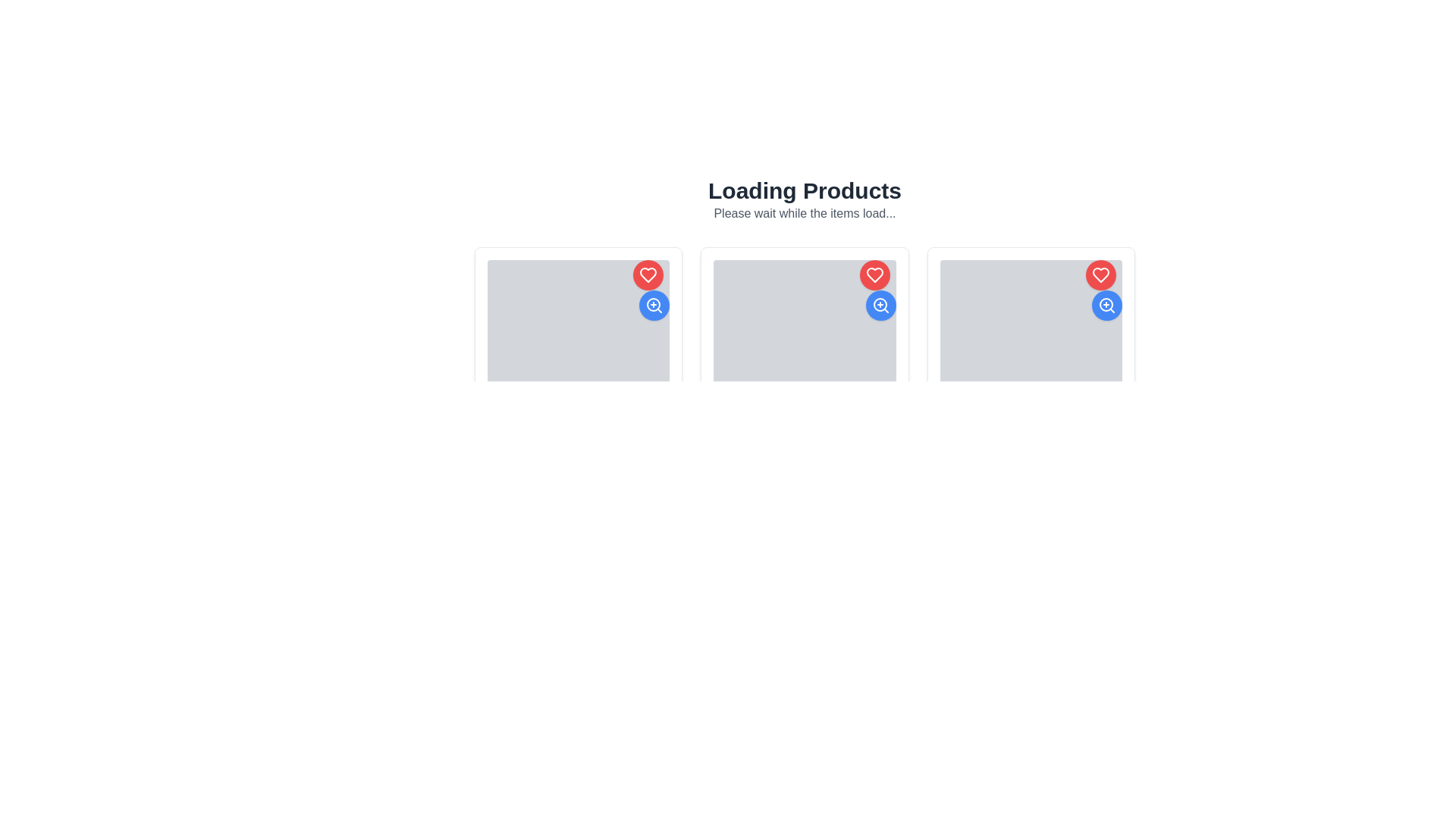 Image resolution: width=1456 pixels, height=819 pixels. Describe the element at coordinates (654, 305) in the screenshot. I see `the circular blue button with a white magnifying glass icon in the bottom-right corner of the second card` at that location.